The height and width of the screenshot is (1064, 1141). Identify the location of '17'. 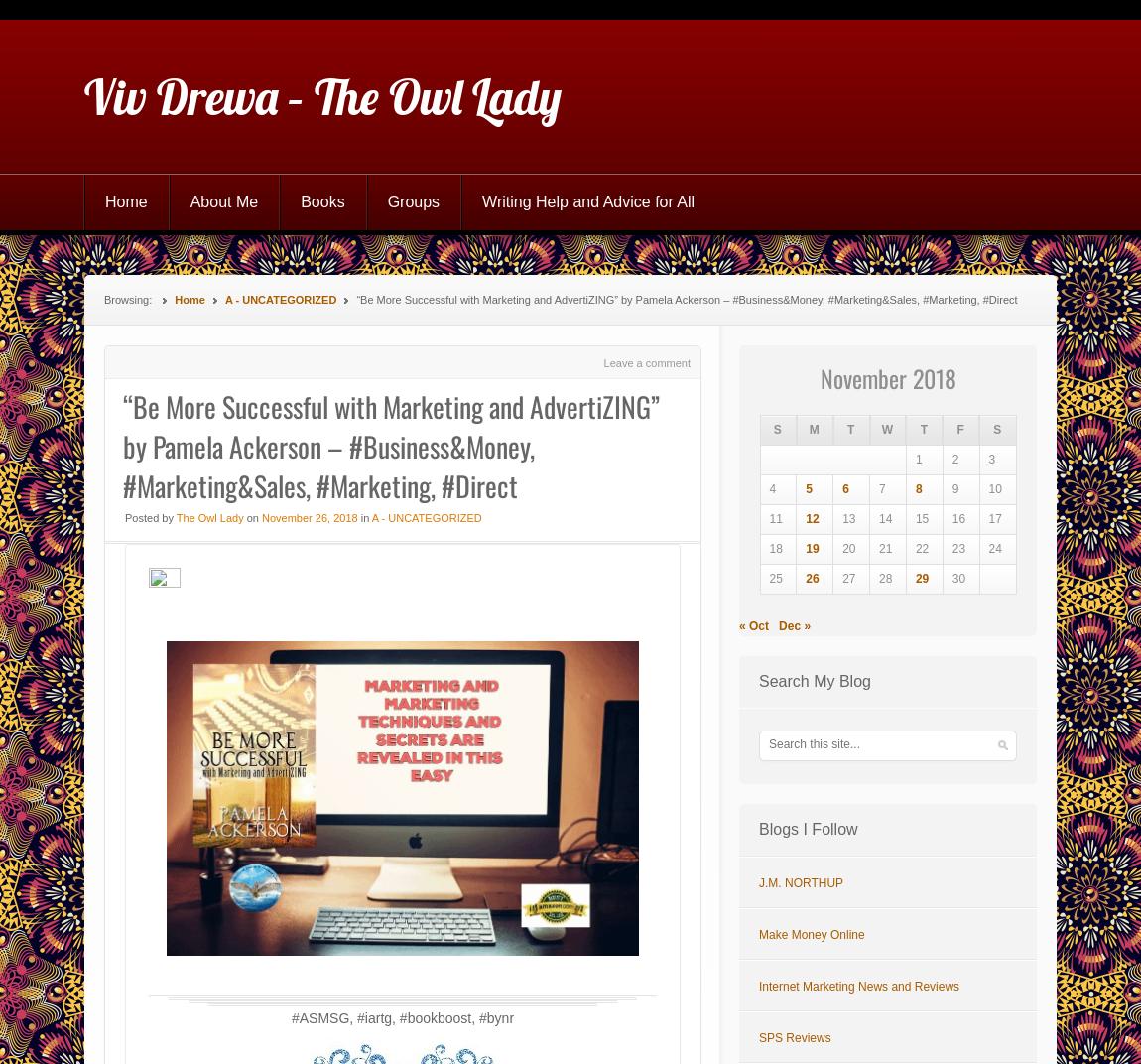
(994, 519).